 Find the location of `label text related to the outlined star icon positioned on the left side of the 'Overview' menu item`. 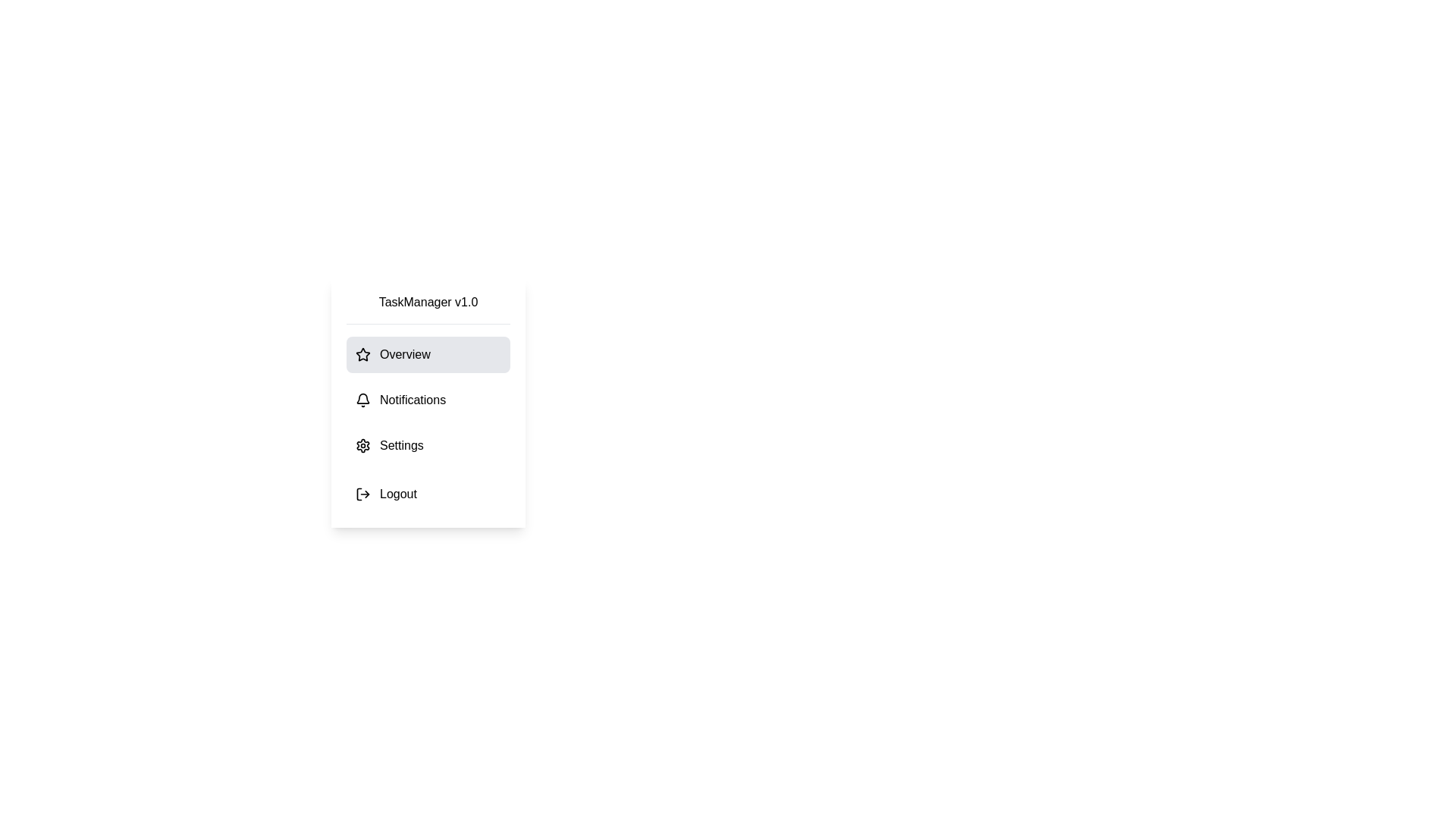

label text related to the outlined star icon positioned on the left side of the 'Overview' menu item is located at coordinates (362, 354).